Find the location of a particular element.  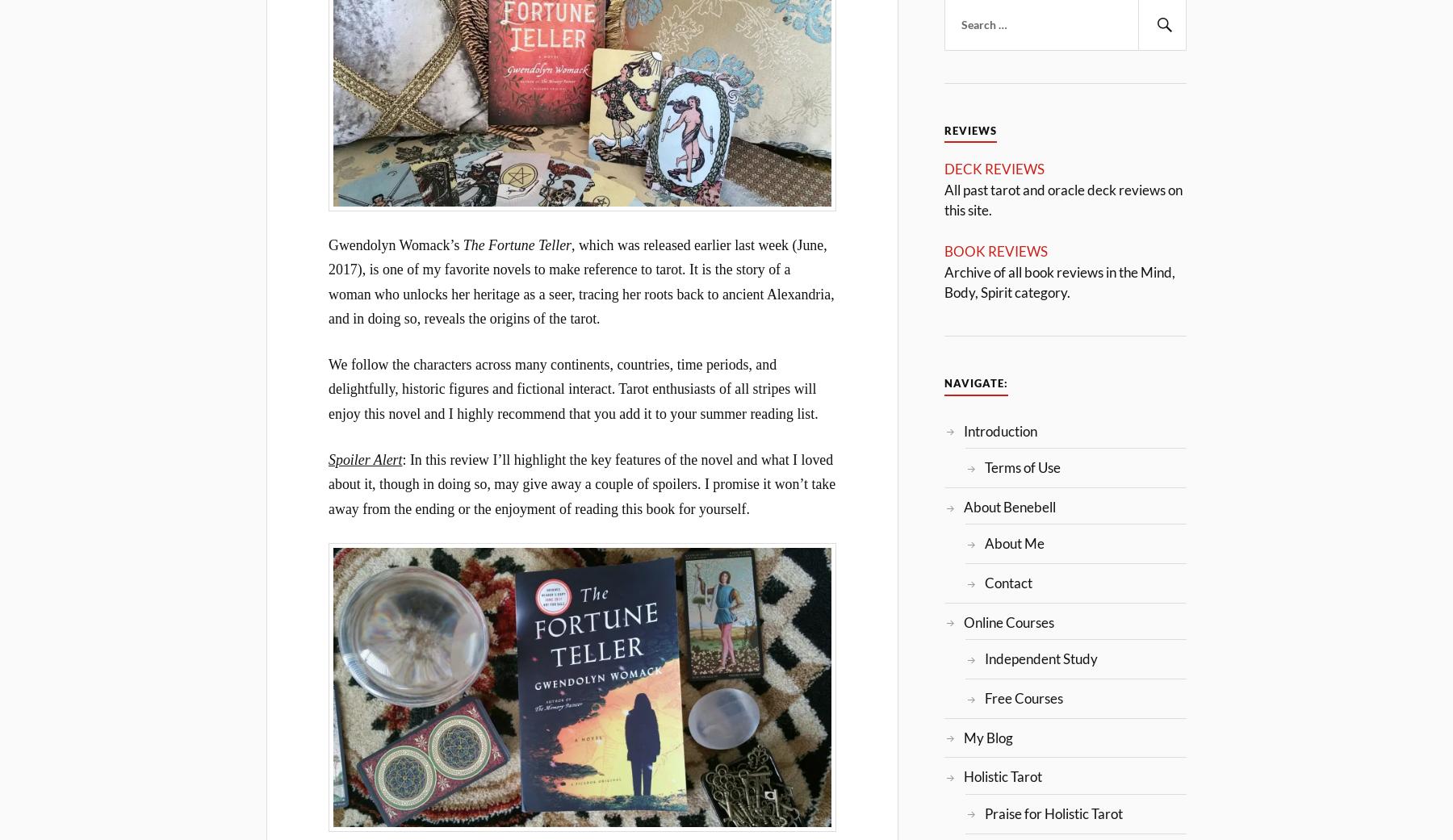

'DECK REVIEWS' is located at coordinates (993, 168).